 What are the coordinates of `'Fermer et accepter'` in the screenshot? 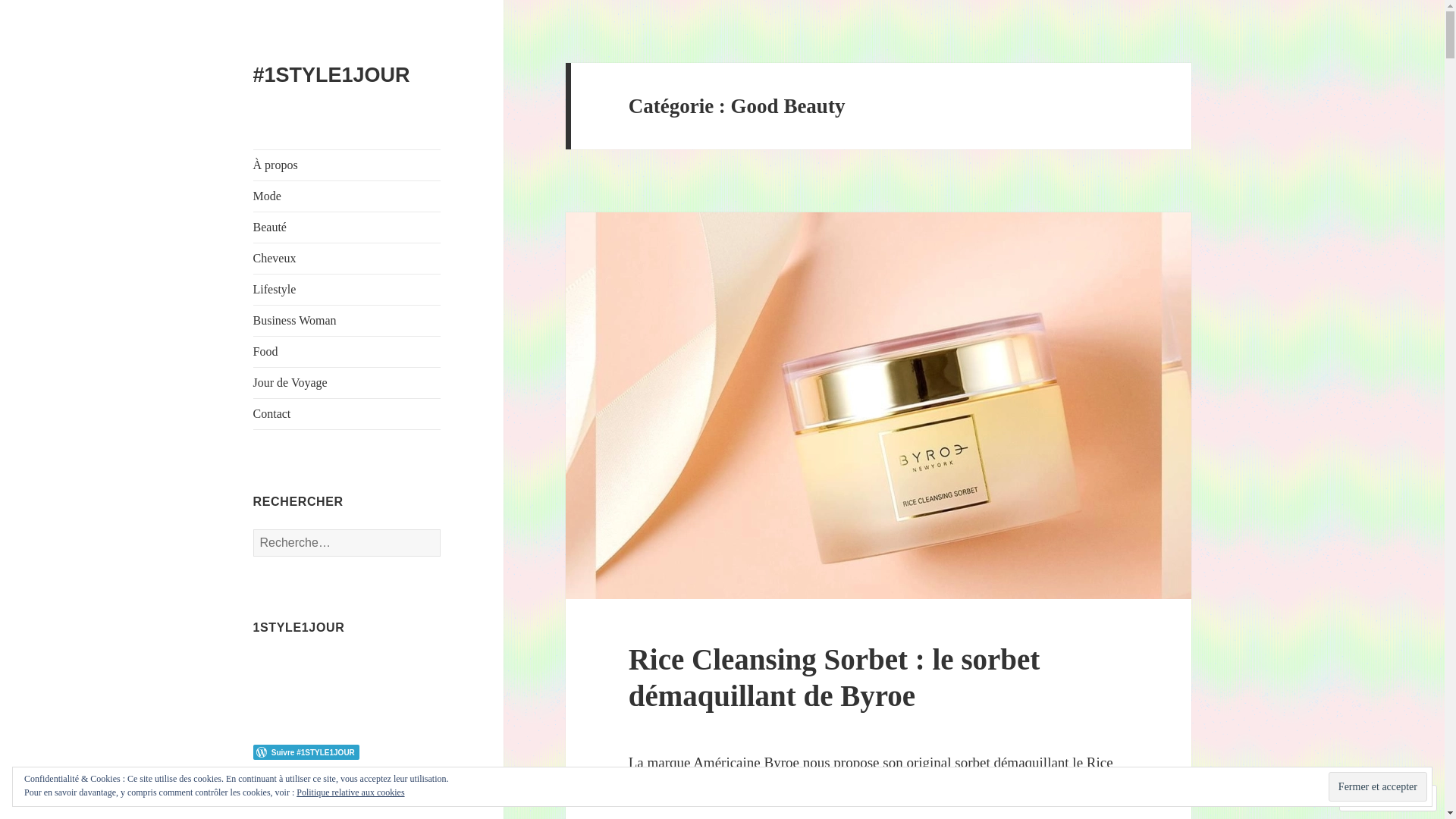 It's located at (1328, 786).